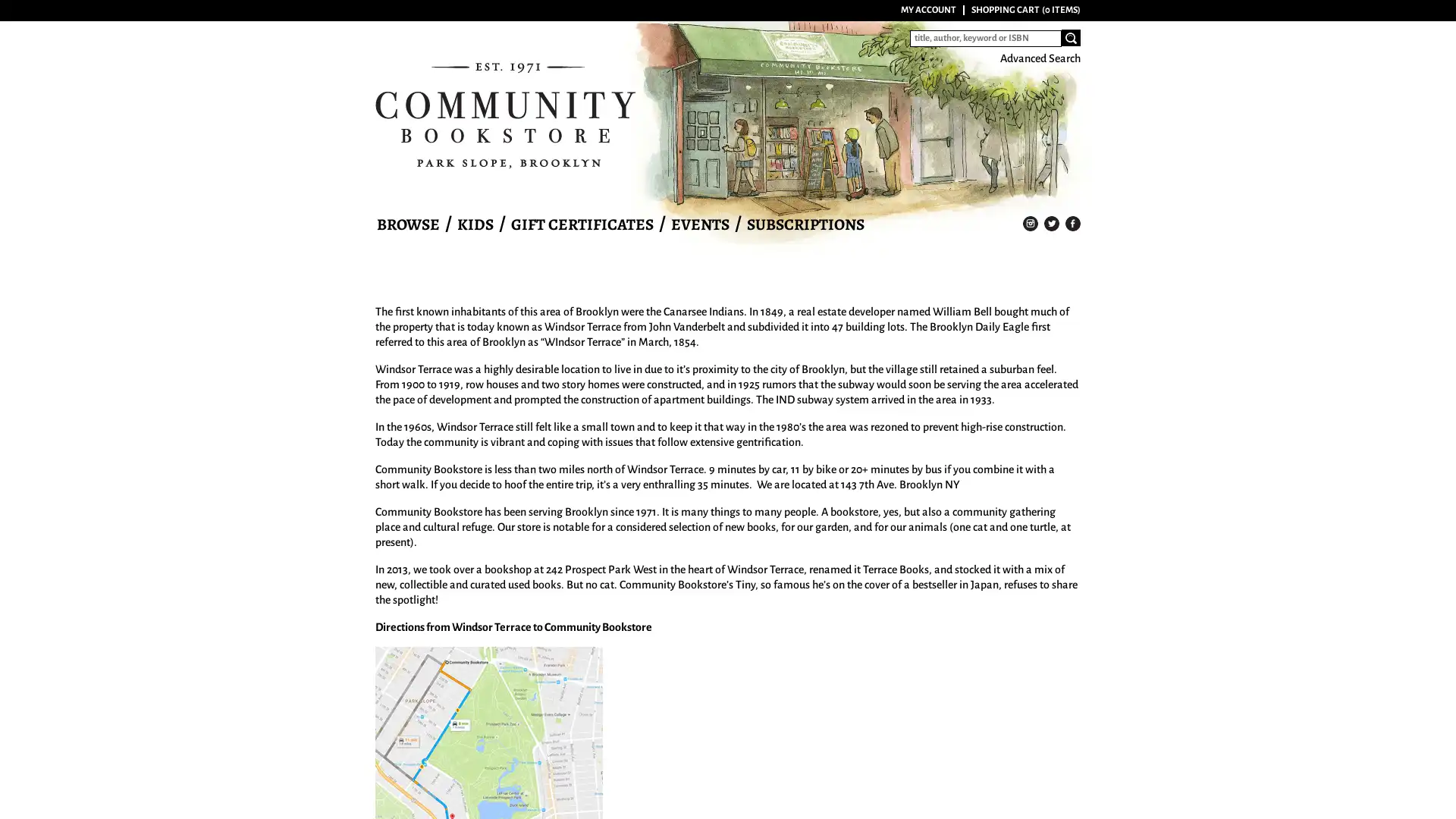  I want to click on Search, so click(1070, 37).